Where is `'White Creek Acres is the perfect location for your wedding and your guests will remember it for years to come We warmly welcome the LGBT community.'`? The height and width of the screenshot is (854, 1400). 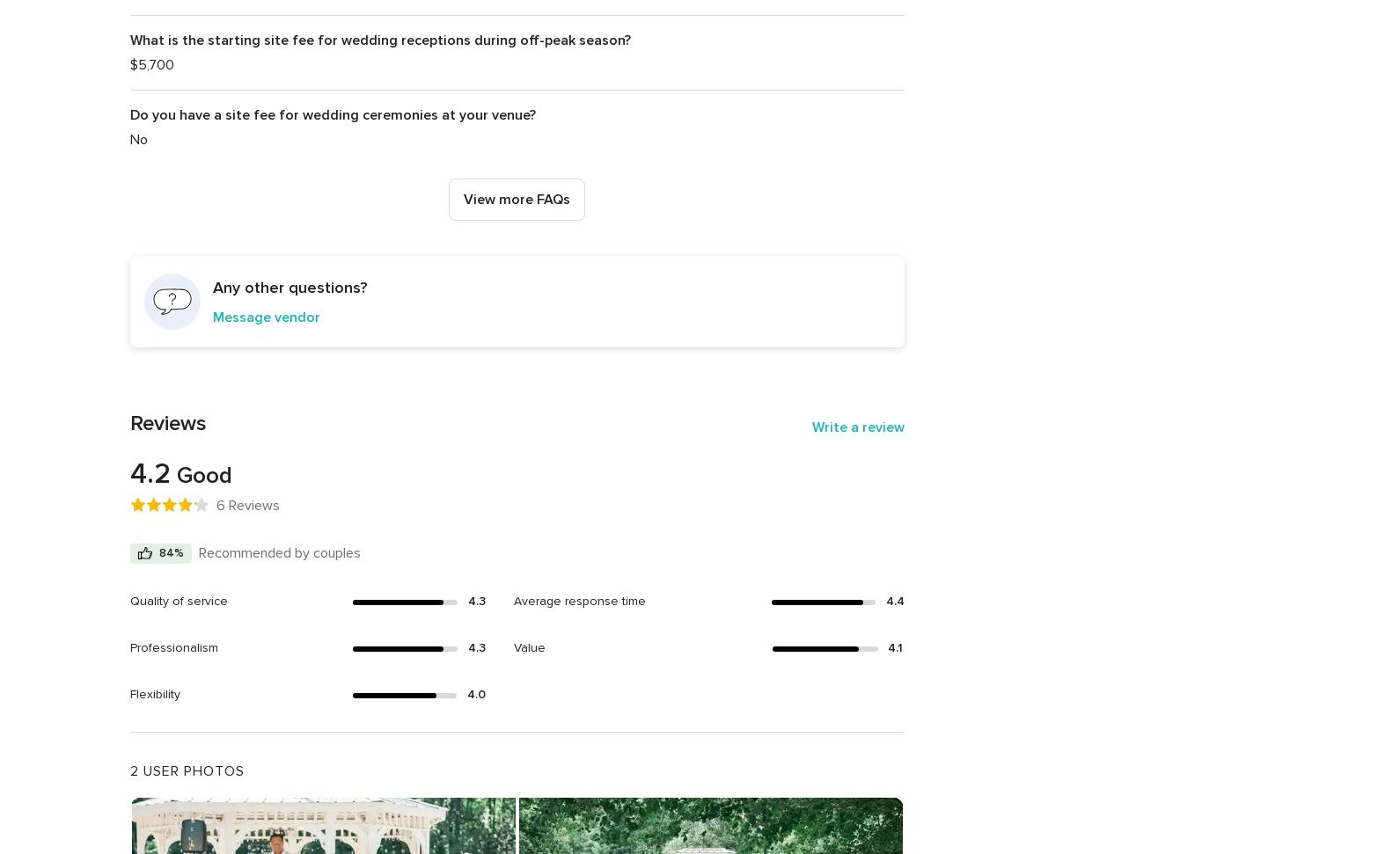 'White Creek Acres is the perfect location for your wedding and your guests will remember it for years to come We warmly welcome the LGBT community.' is located at coordinates (499, 389).